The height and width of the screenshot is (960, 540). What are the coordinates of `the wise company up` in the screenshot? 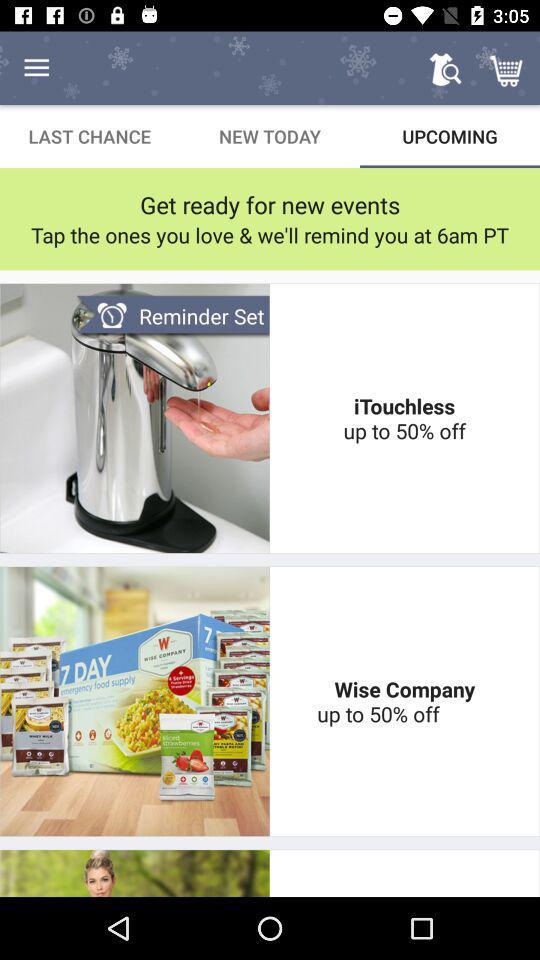 It's located at (404, 701).